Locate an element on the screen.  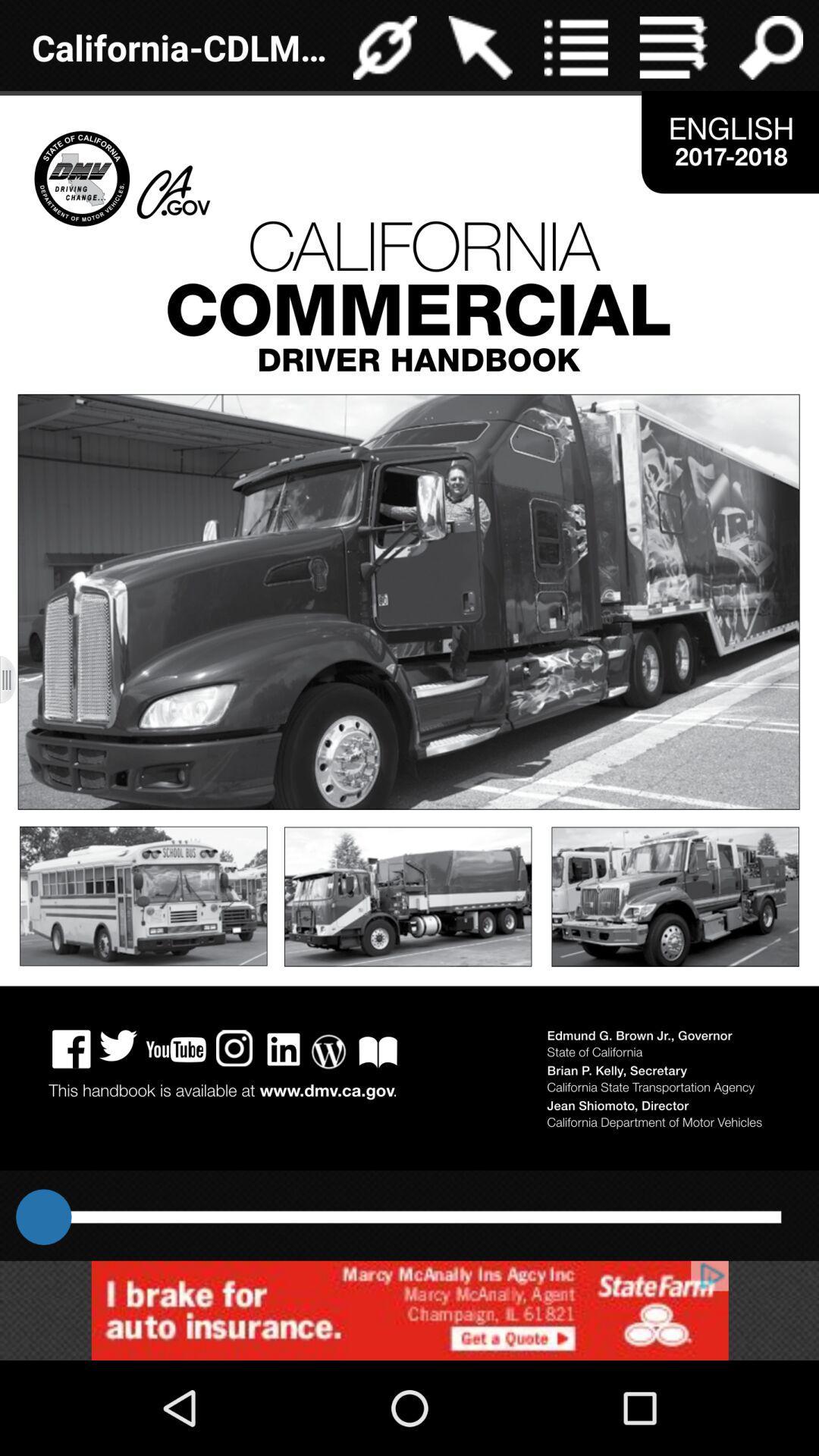
auto insurance advertisement is located at coordinates (409, 1310).